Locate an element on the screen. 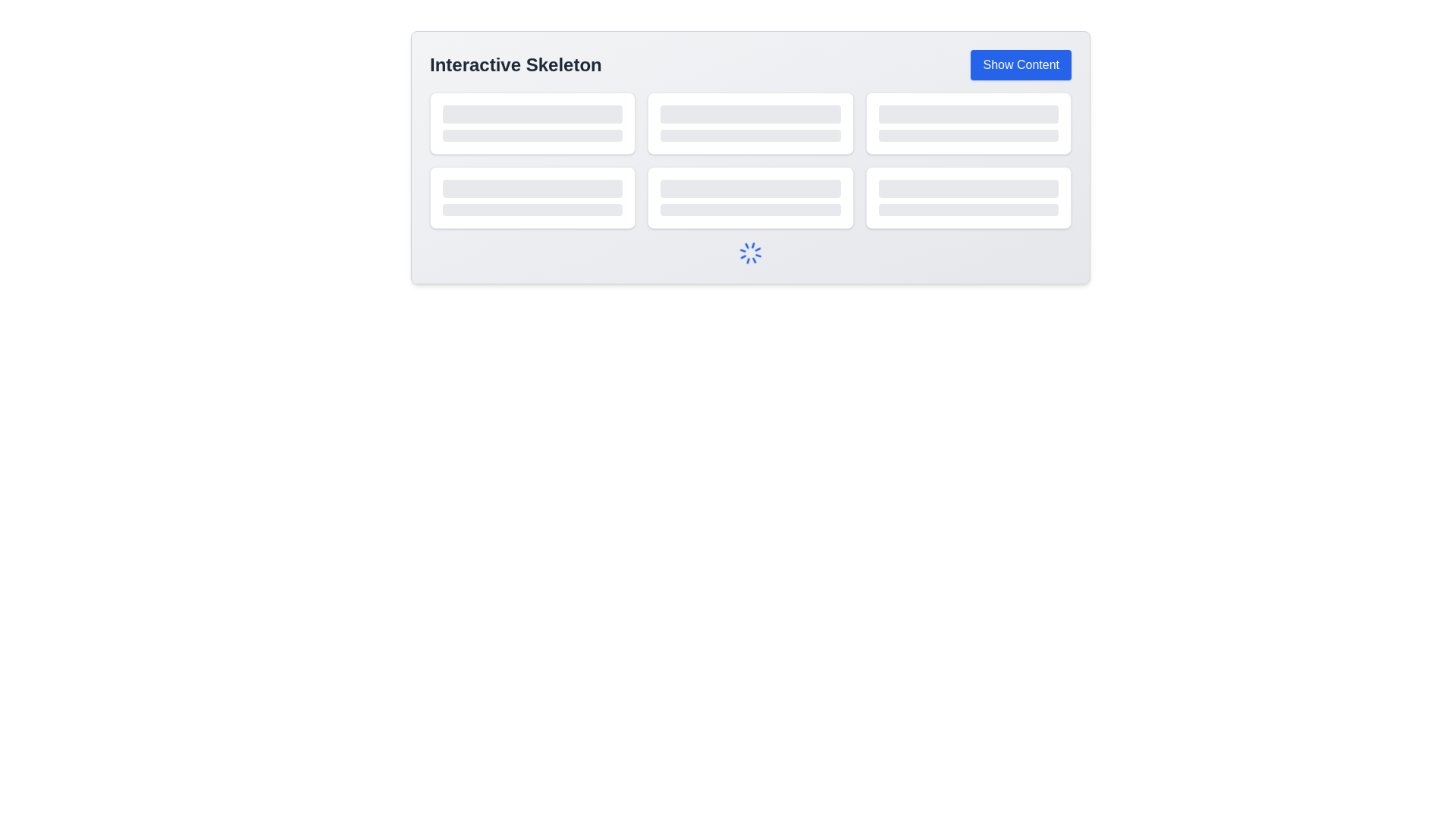 This screenshot has width=1456, height=819. the Skeleton loader element, which is the second box in the second row of a grid layout, indicating that loading is in progress is located at coordinates (750, 197).